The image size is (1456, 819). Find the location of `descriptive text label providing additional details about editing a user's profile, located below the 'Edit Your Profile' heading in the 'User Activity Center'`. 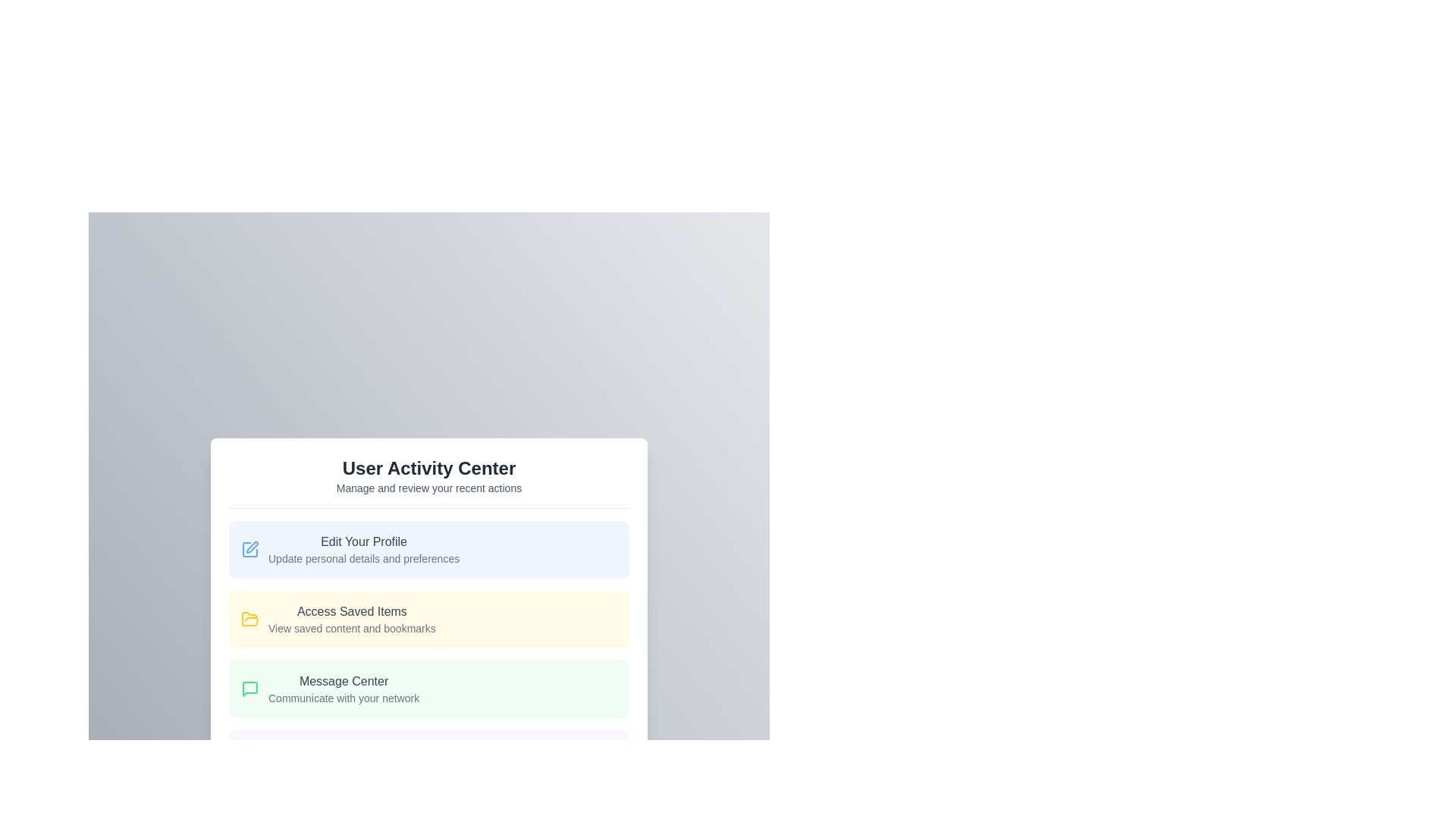

descriptive text label providing additional details about editing a user's profile, located below the 'Edit Your Profile' heading in the 'User Activity Center' is located at coordinates (364, 558).